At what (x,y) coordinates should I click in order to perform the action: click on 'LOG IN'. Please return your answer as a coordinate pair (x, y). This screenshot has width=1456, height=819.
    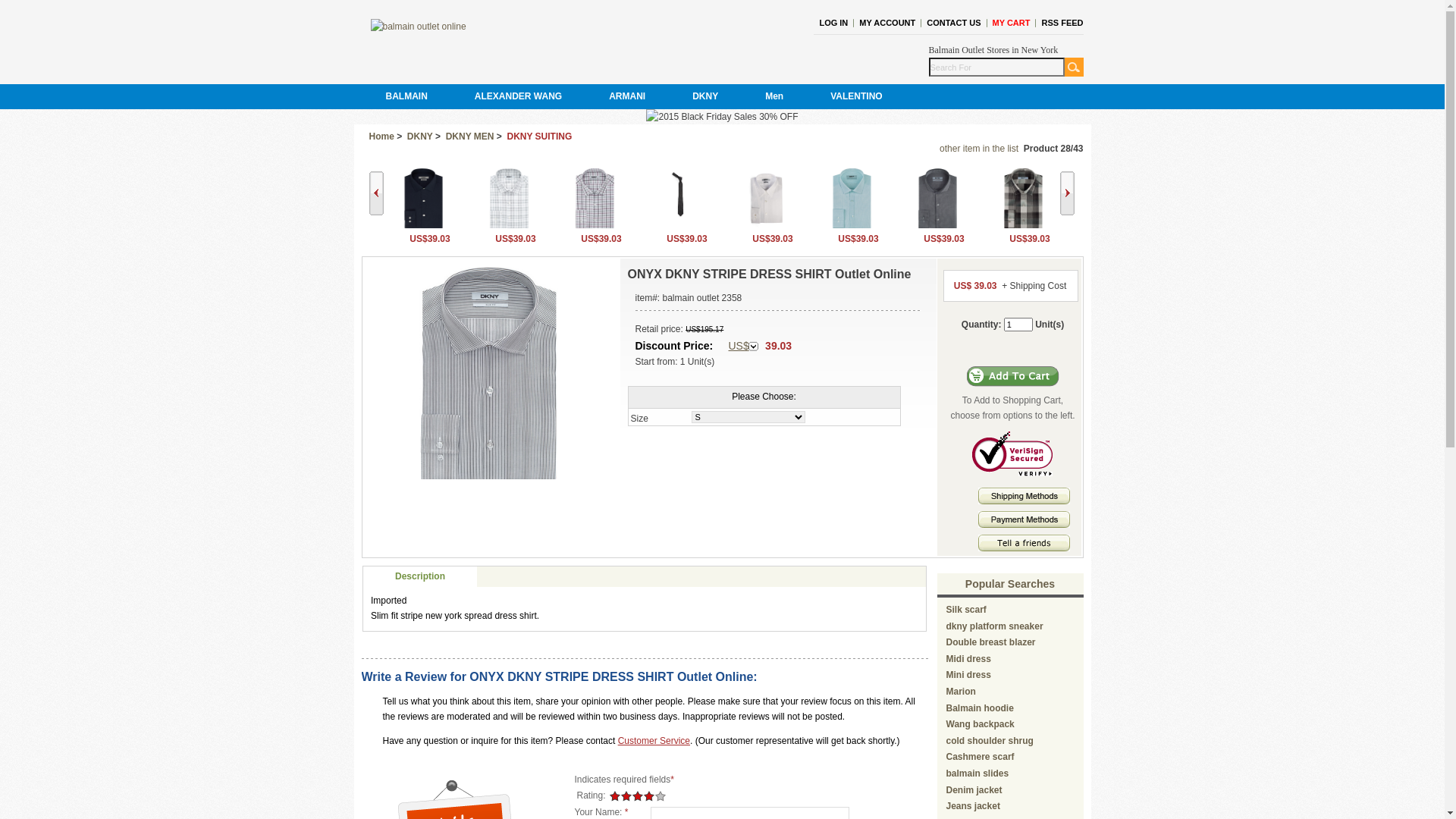
    Looking at the image, I should click on (833, 23).